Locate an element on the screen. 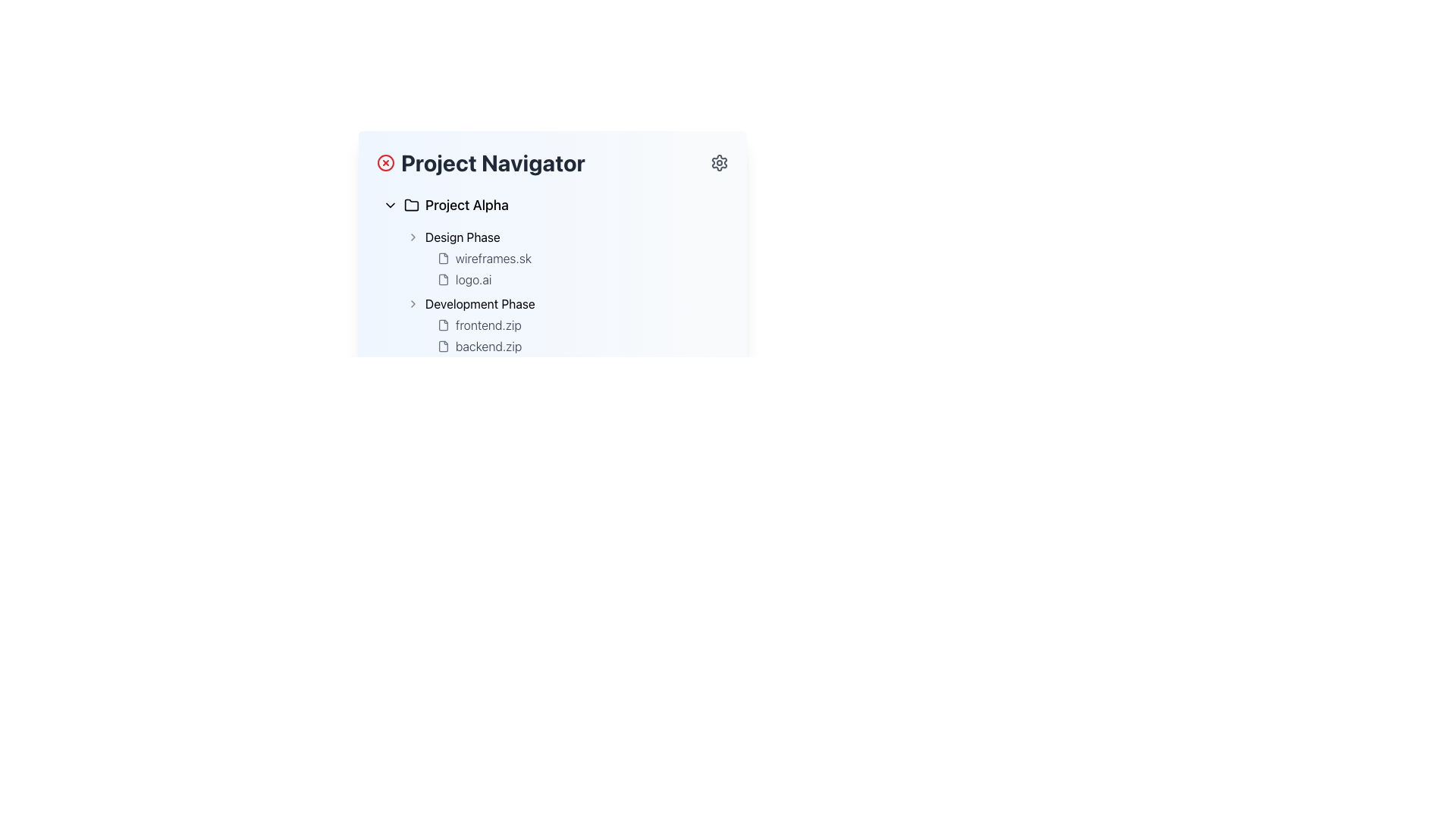  the logo.ai file icon in the project navigator panel, which is located under the 'Design Phase' subheading and is visually identifiable as a marker for this specific file is located at coordinates (443, 280).